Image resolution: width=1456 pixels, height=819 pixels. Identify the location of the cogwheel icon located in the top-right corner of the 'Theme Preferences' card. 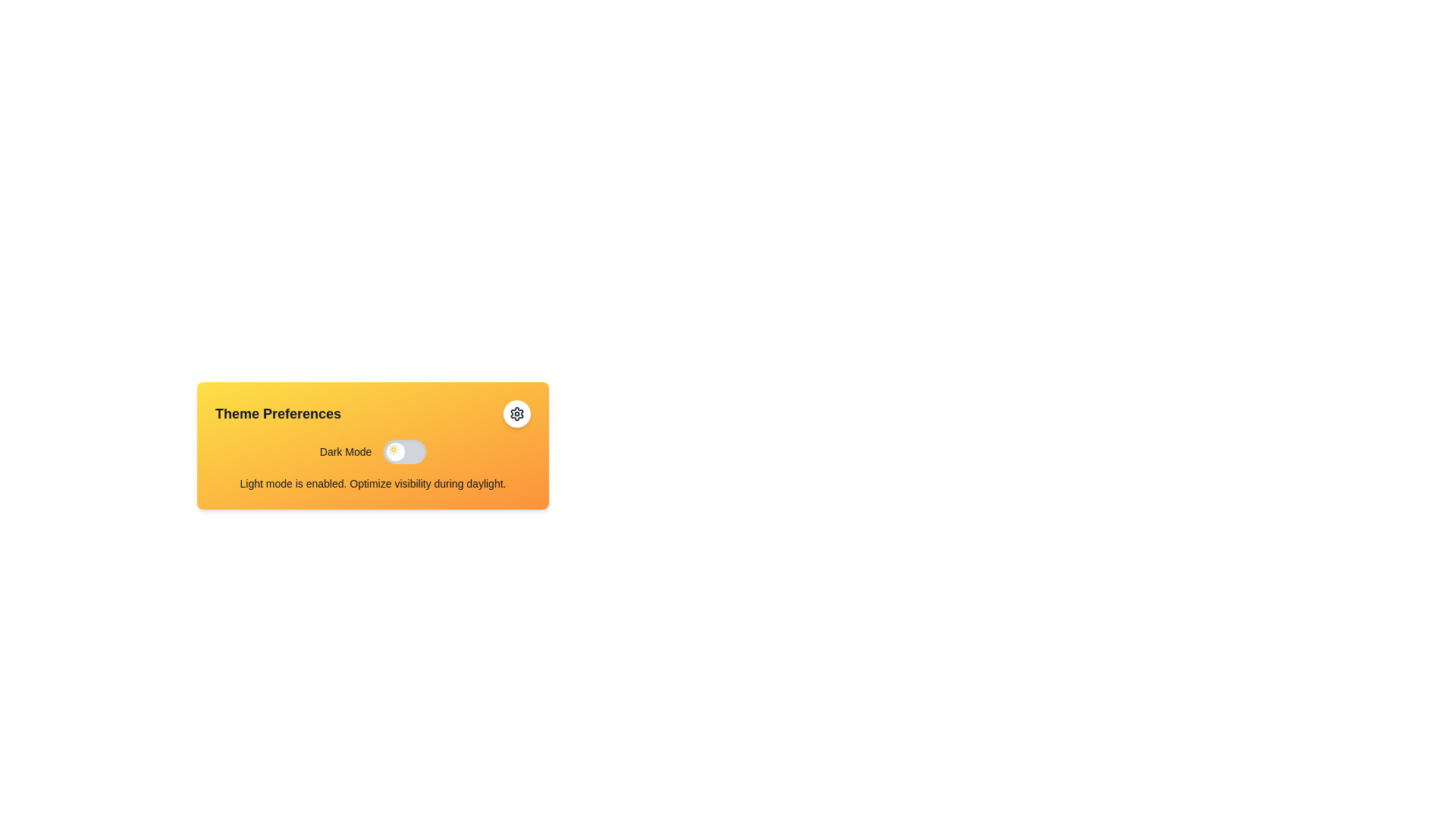
(516, 414).